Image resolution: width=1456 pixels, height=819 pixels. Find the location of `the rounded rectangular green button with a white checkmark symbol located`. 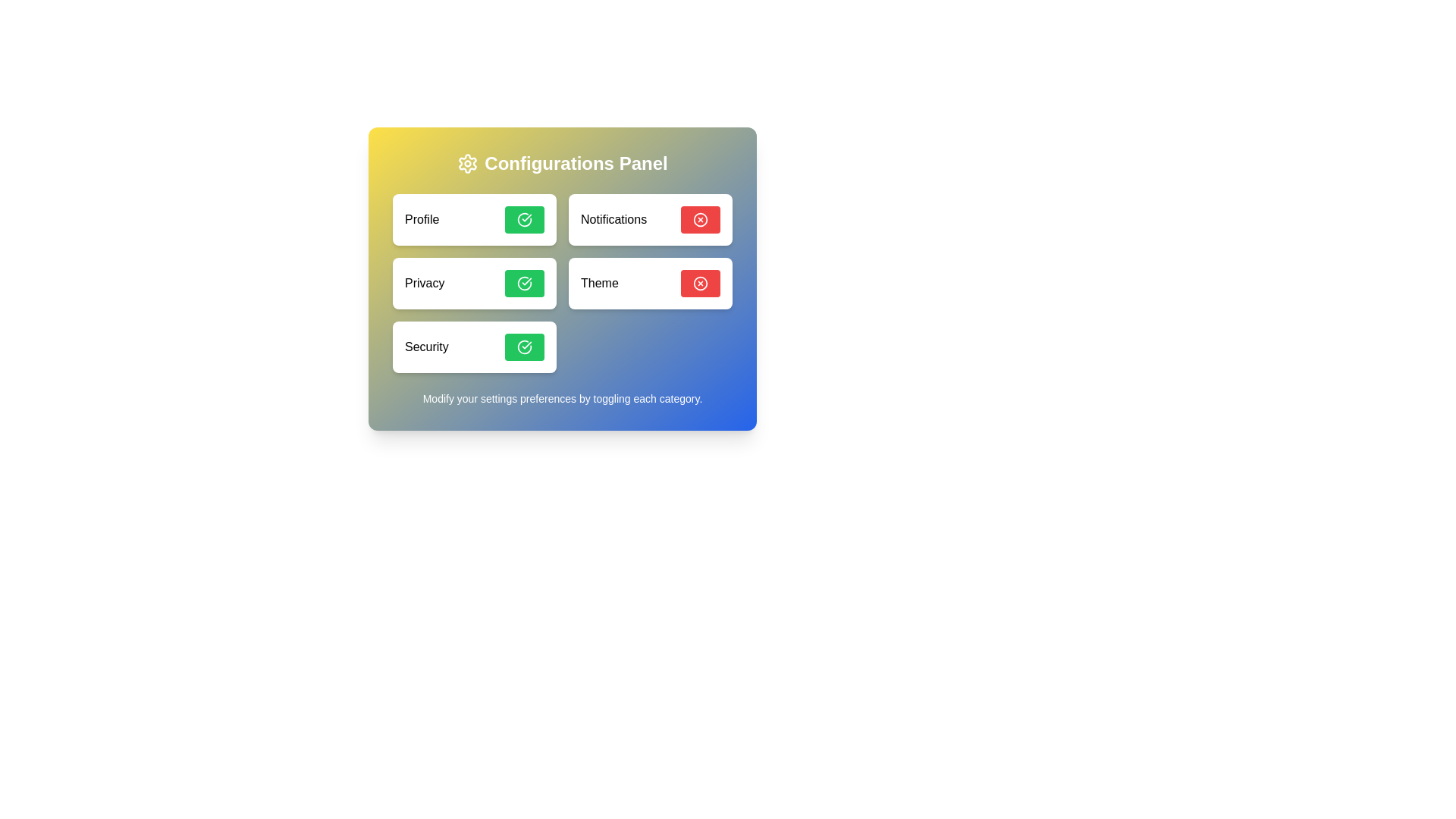

the rounded rectangular green button with a white checkmark symbol located is located at coordinates (524, 219).